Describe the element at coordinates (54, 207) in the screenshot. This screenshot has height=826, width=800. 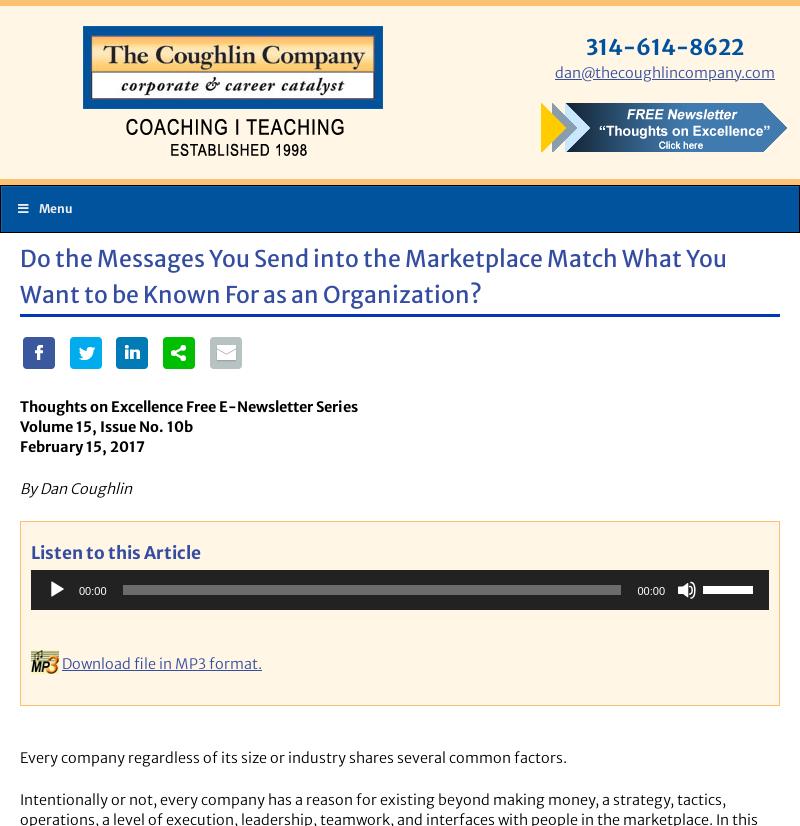
I see `'Menu'` at that location.